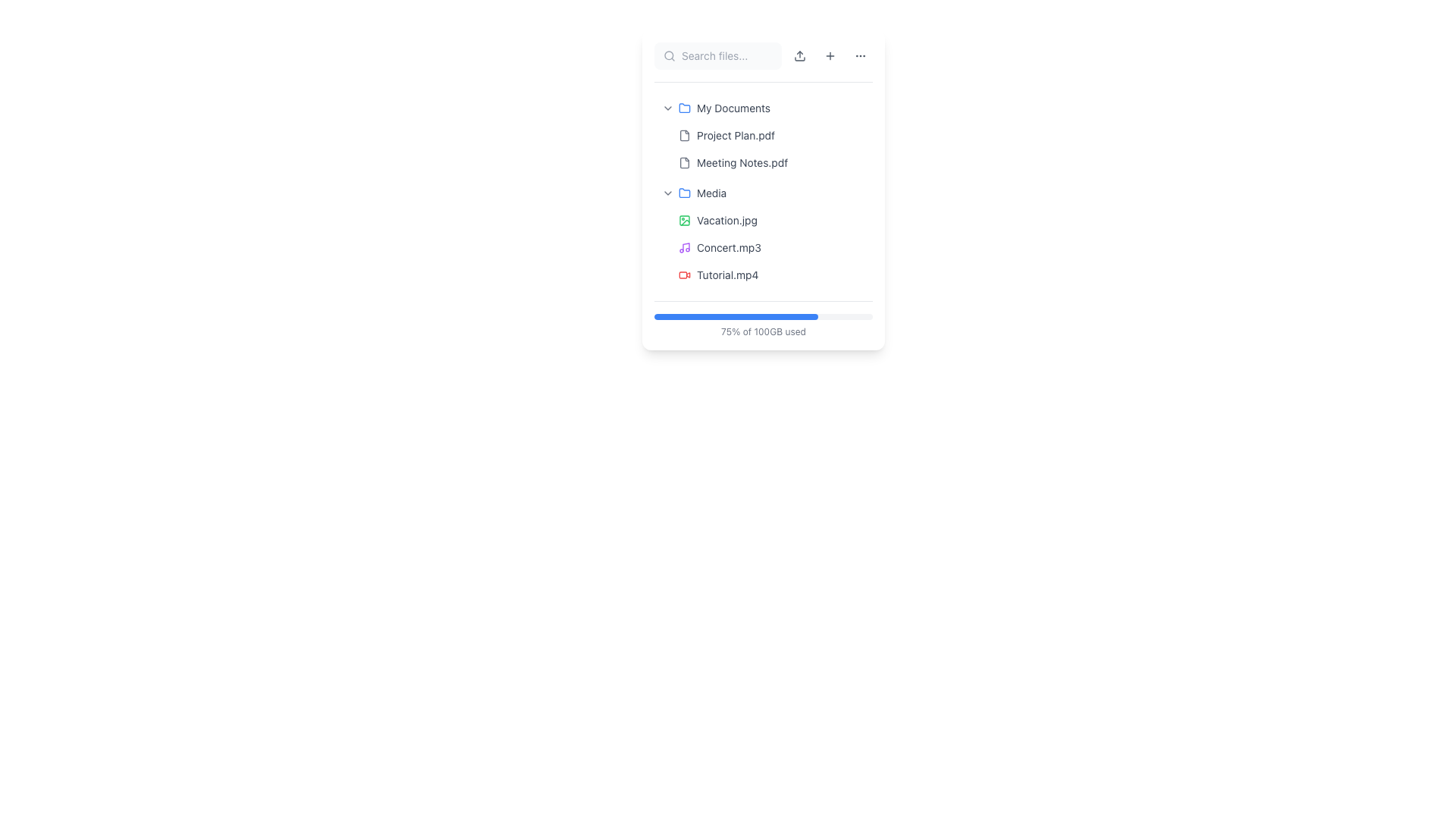 Image resolution: width=1456 pixels, height=819 pixels. What do you see at coordinates (772, 134) in the screenshot?
I see `on the 'Project Plan.pdf' file item in the 'My Documents' section` at bounding box center [772, 134].